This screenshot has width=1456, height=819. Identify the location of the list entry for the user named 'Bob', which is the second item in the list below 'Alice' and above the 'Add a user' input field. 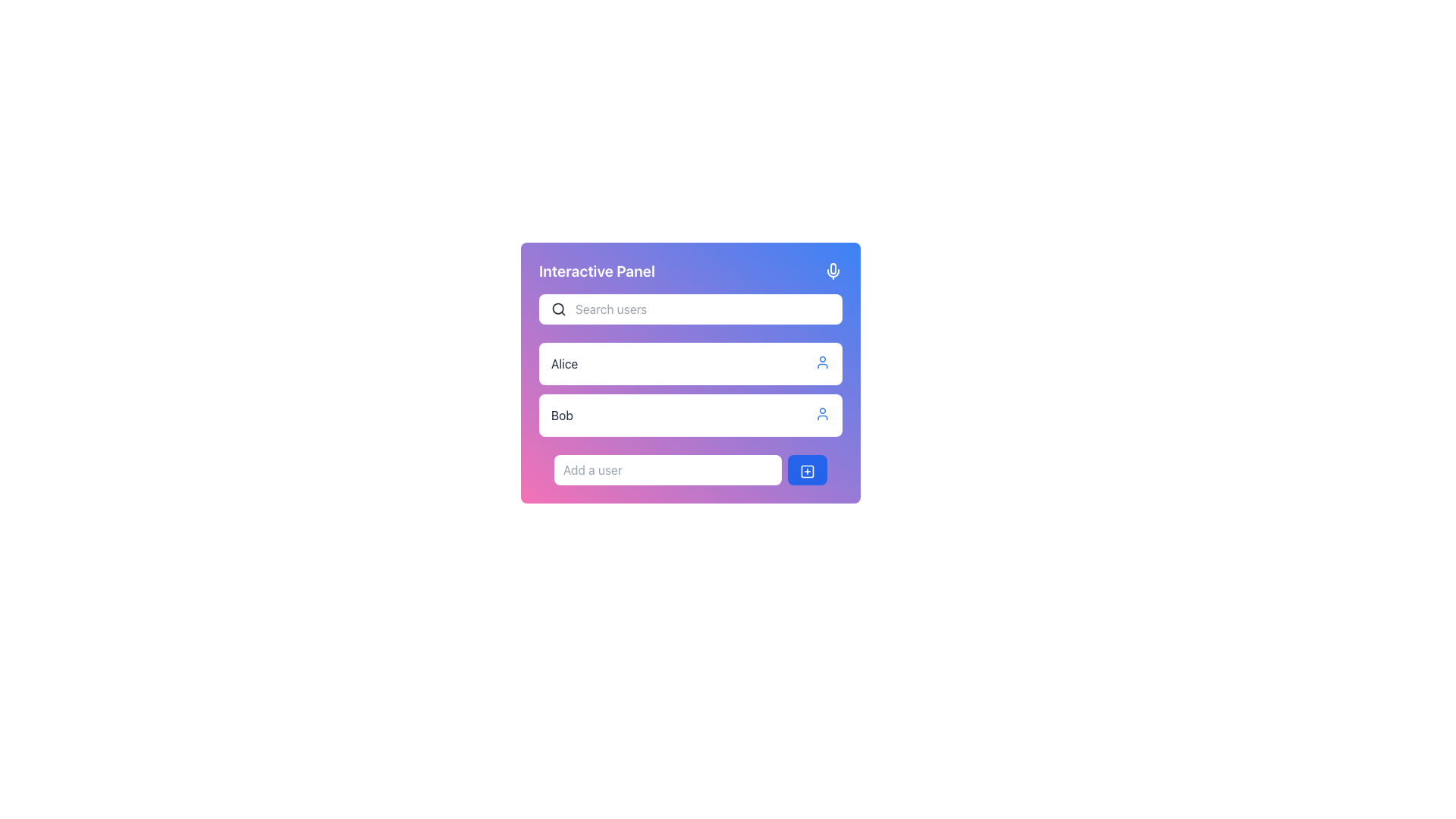
(690, 415).